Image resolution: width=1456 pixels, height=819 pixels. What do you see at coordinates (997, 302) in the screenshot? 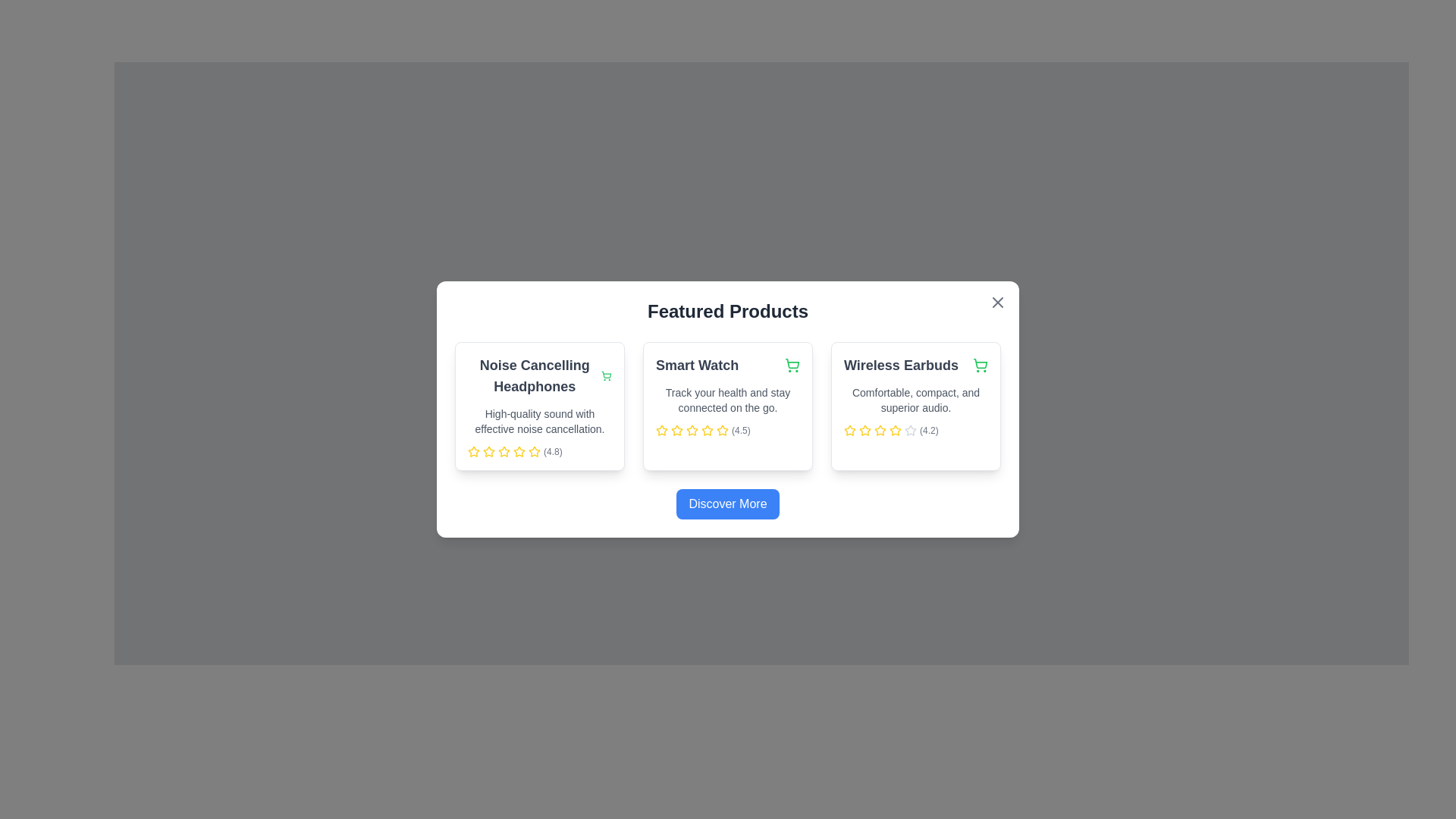
I see `the close button located in the top-right corner of the dialog box for dismissing the 'Featured Products' dialog` at bounding box center [997, 302].